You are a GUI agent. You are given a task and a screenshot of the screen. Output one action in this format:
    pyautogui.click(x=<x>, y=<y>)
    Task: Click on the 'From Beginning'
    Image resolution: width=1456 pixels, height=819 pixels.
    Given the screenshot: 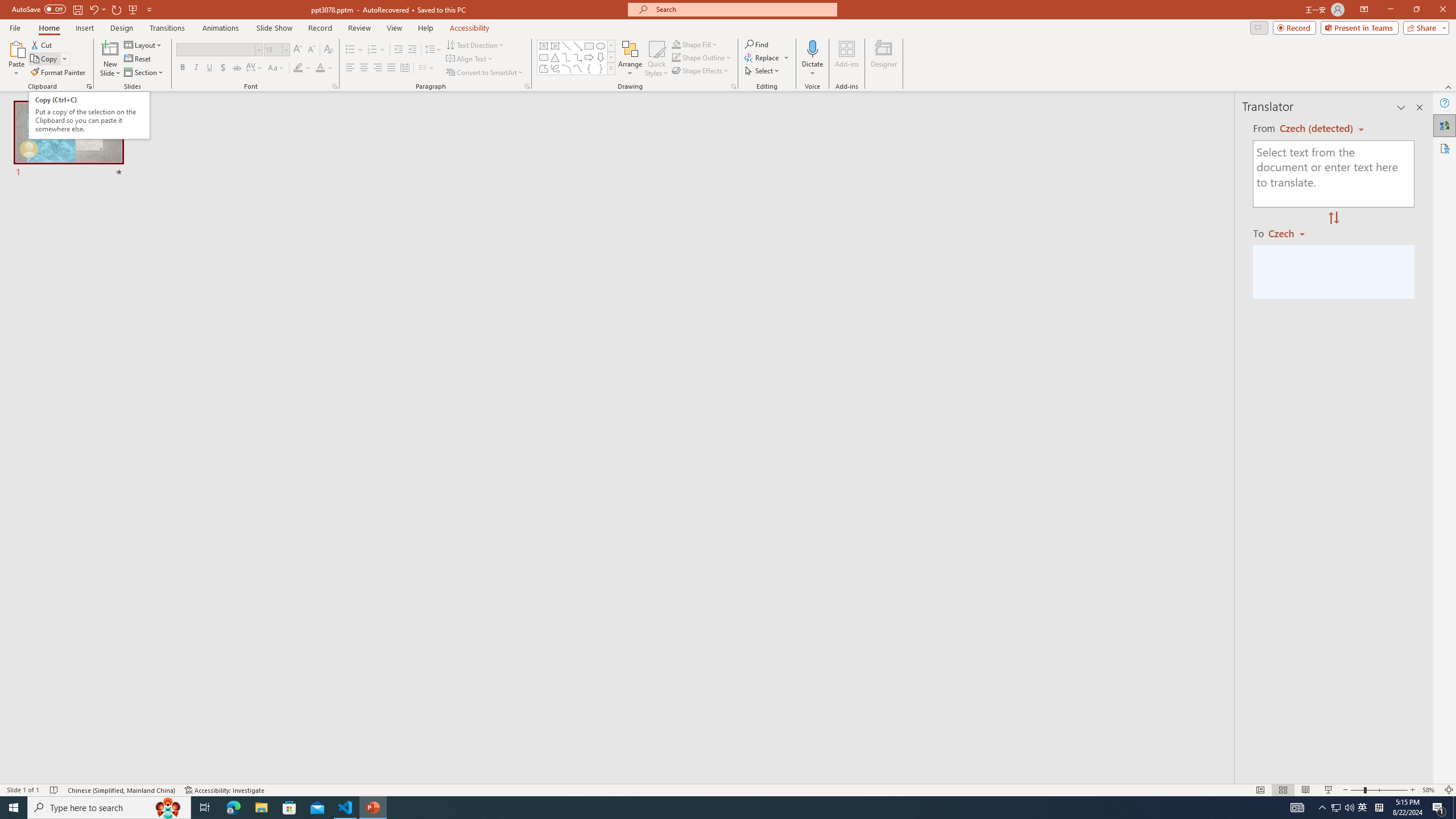 What is the action you would take?
    pyautogui.click(x=133, y=9)
    